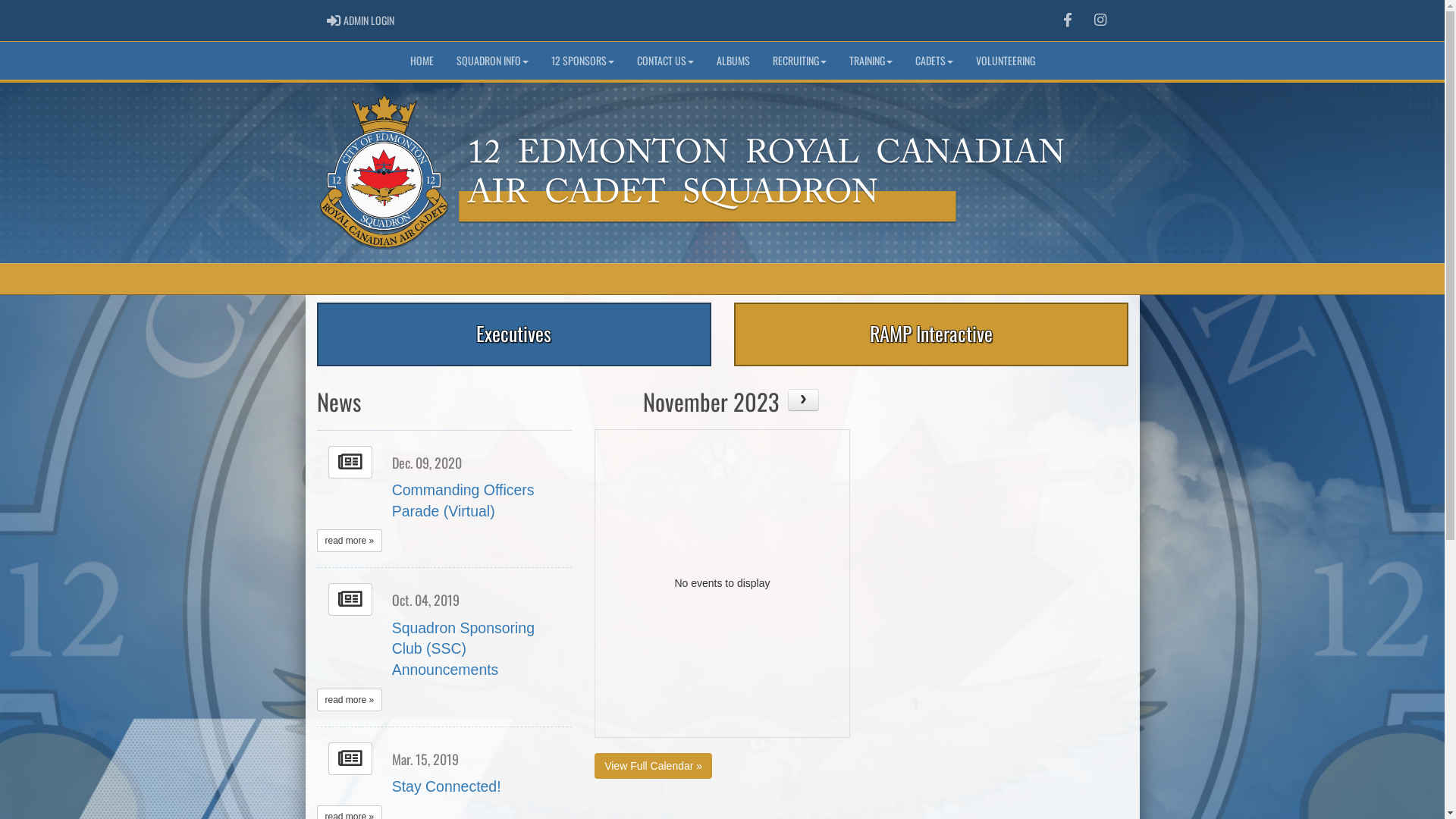 The height and width of the screenshot is (819, 1456). I want to click on 'Commanding Officers Parade (Virtual)', so click(462, 500).